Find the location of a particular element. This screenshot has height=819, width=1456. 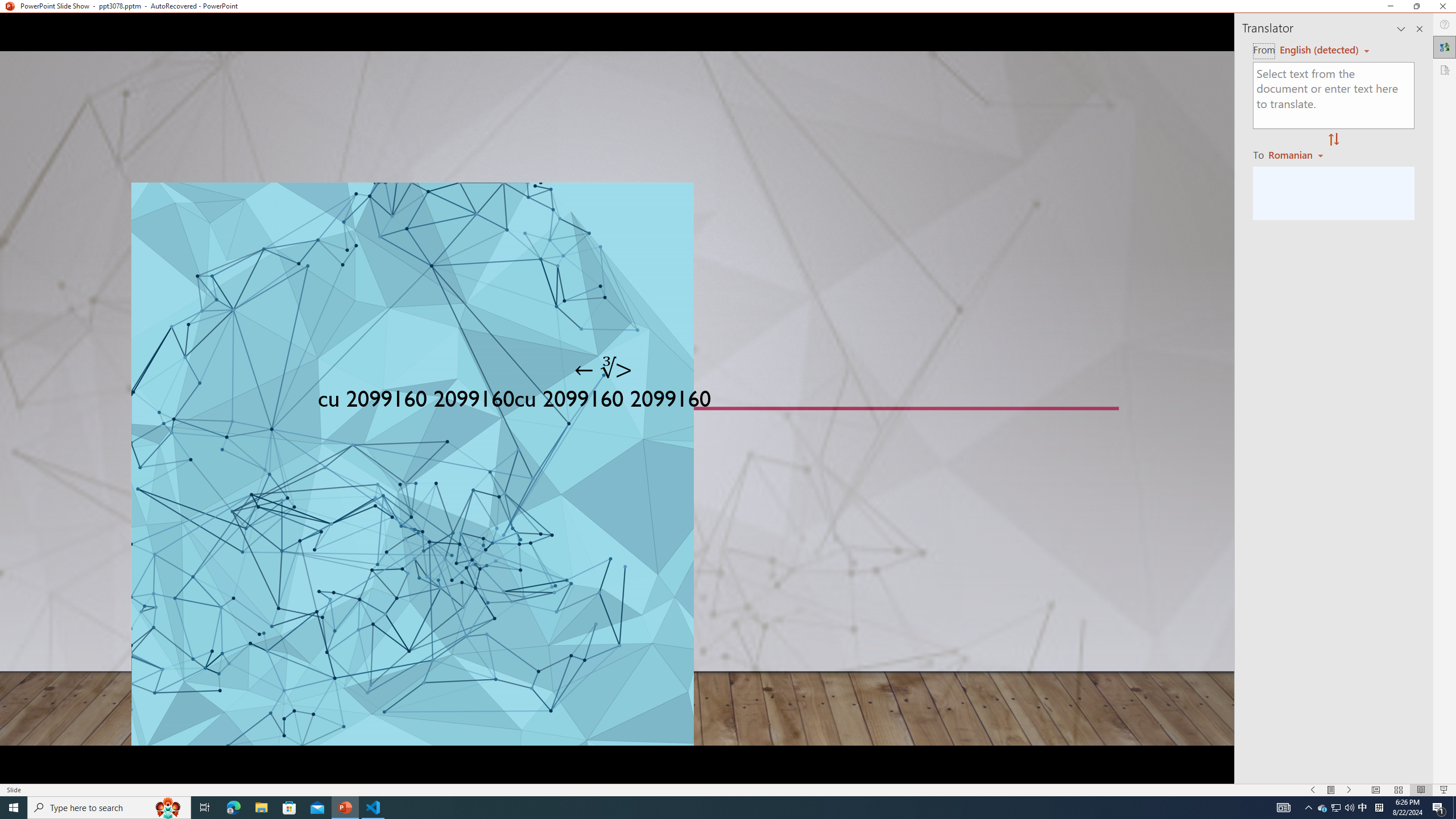

'Menu On' is located at coordinates (1331, 790).